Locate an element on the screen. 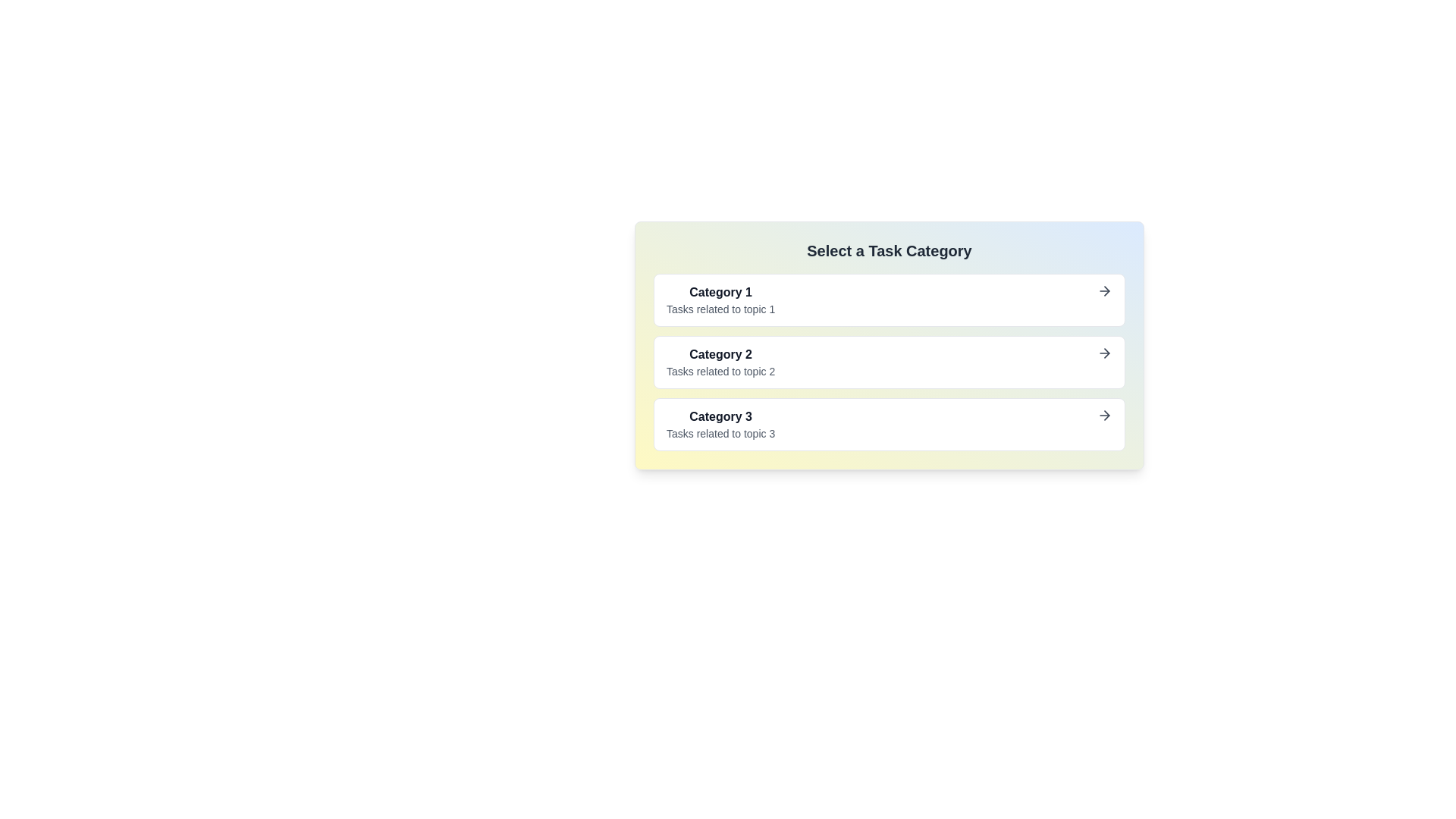  the text label reading 'Tasks related to topic 3', which is styled with a smaller font size and light gray color, located beneath the bold title 'Category 3' is located at coordinates (720, 433).